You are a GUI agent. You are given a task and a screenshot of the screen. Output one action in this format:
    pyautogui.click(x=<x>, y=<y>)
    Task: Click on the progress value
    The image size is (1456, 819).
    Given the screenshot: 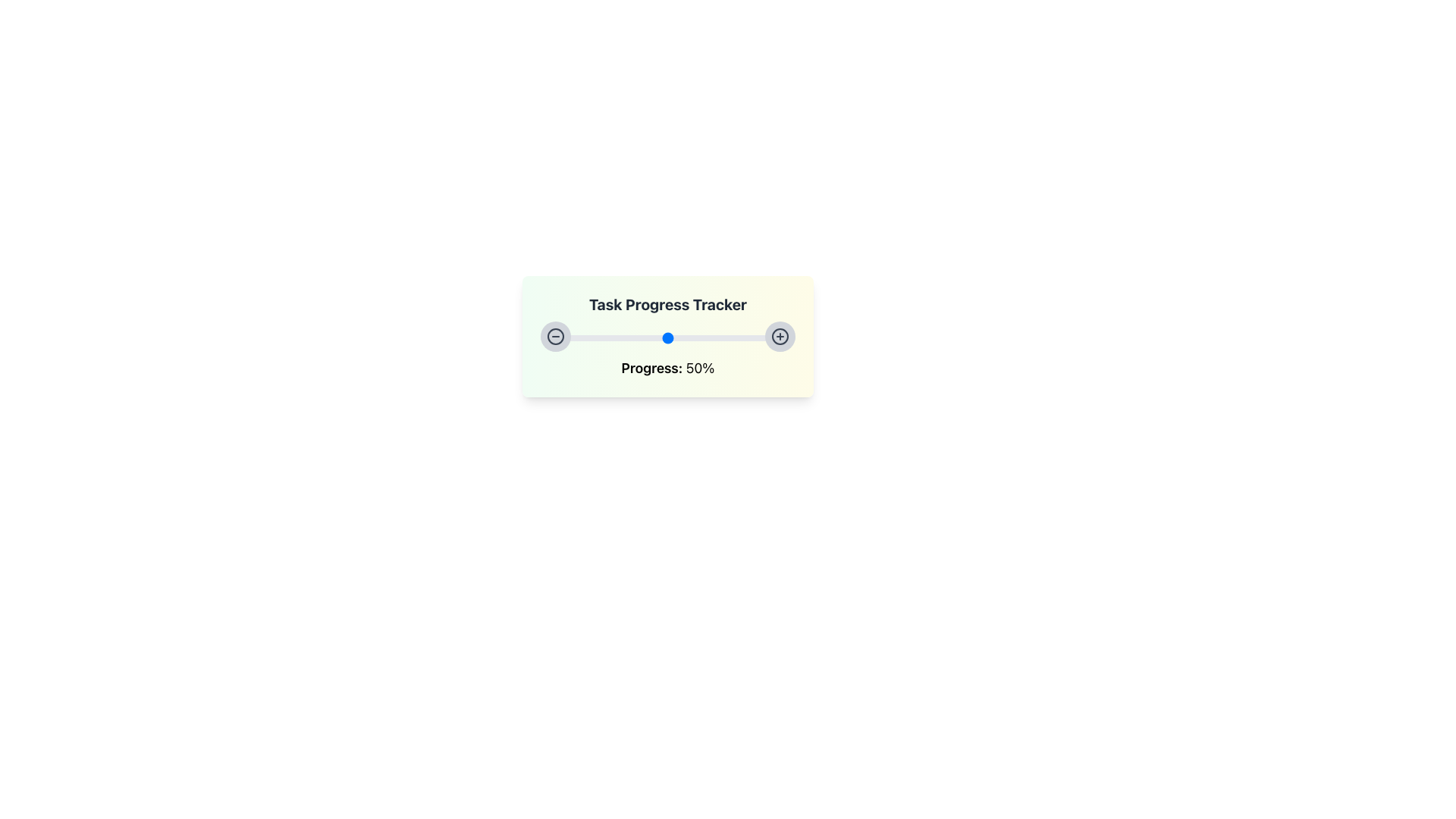 What is the action you would take?
    pyautogui.click(x=736, y=335)
    